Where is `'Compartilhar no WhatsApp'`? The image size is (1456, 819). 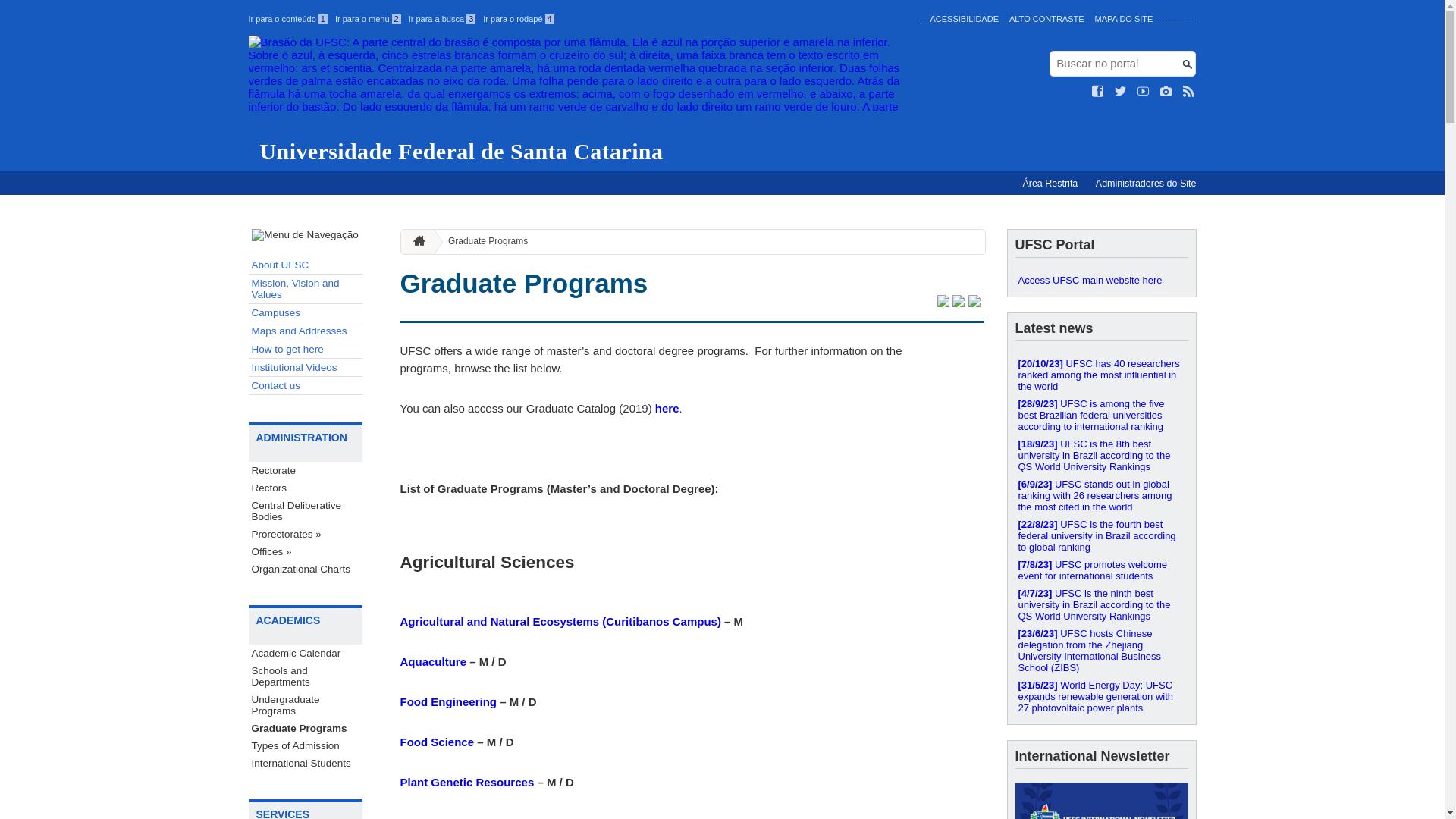
'Compartilhar no WhatsApp' is located at coordinates (973, 303).